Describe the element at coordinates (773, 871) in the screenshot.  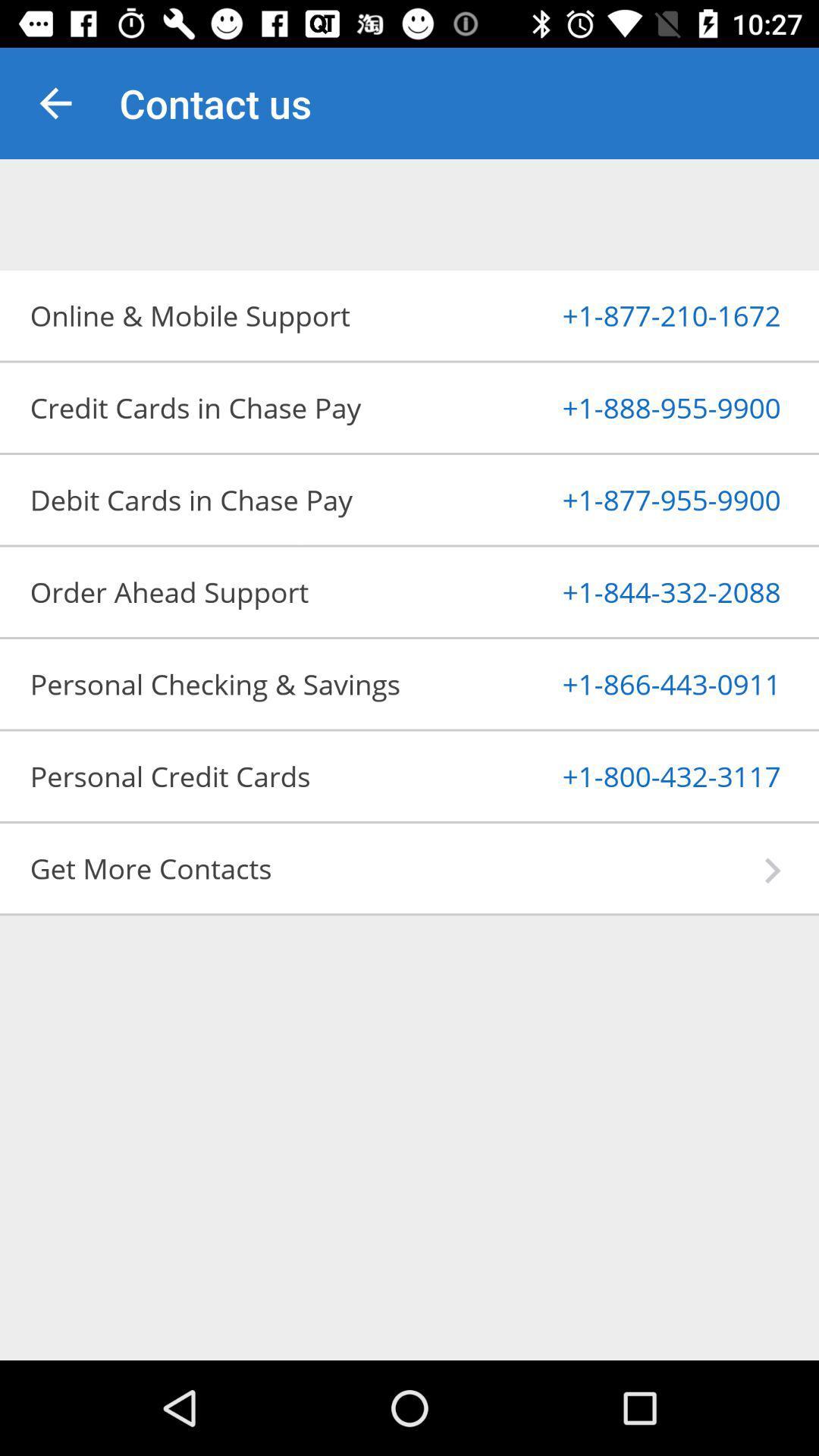
I see `app to the right of the get more contacts icon` at that location.